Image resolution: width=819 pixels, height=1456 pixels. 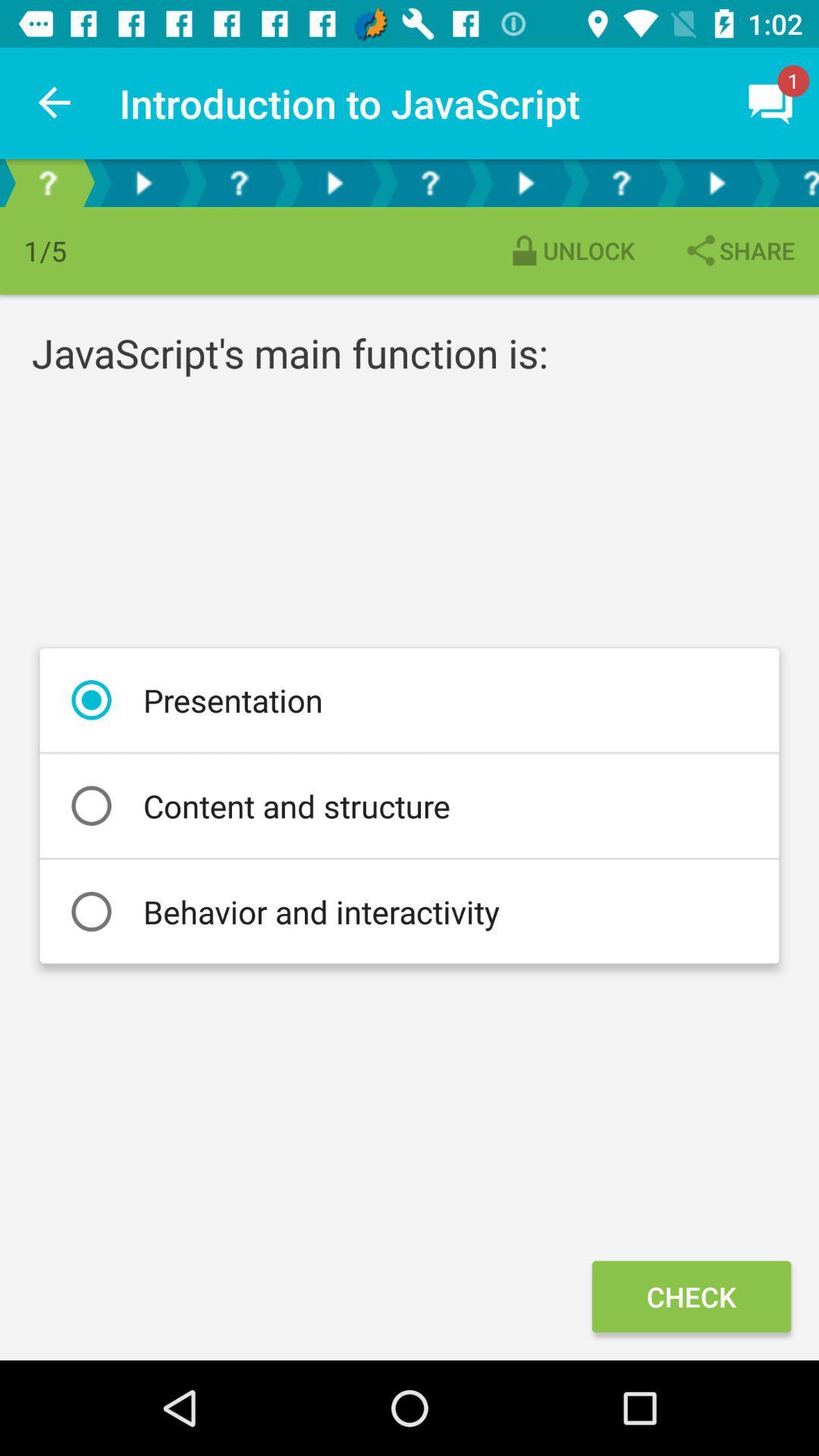 What do you see at coordinates (791, 182) in the screenshot?
I see `blue question mark option` at bounding box center [791, 182].